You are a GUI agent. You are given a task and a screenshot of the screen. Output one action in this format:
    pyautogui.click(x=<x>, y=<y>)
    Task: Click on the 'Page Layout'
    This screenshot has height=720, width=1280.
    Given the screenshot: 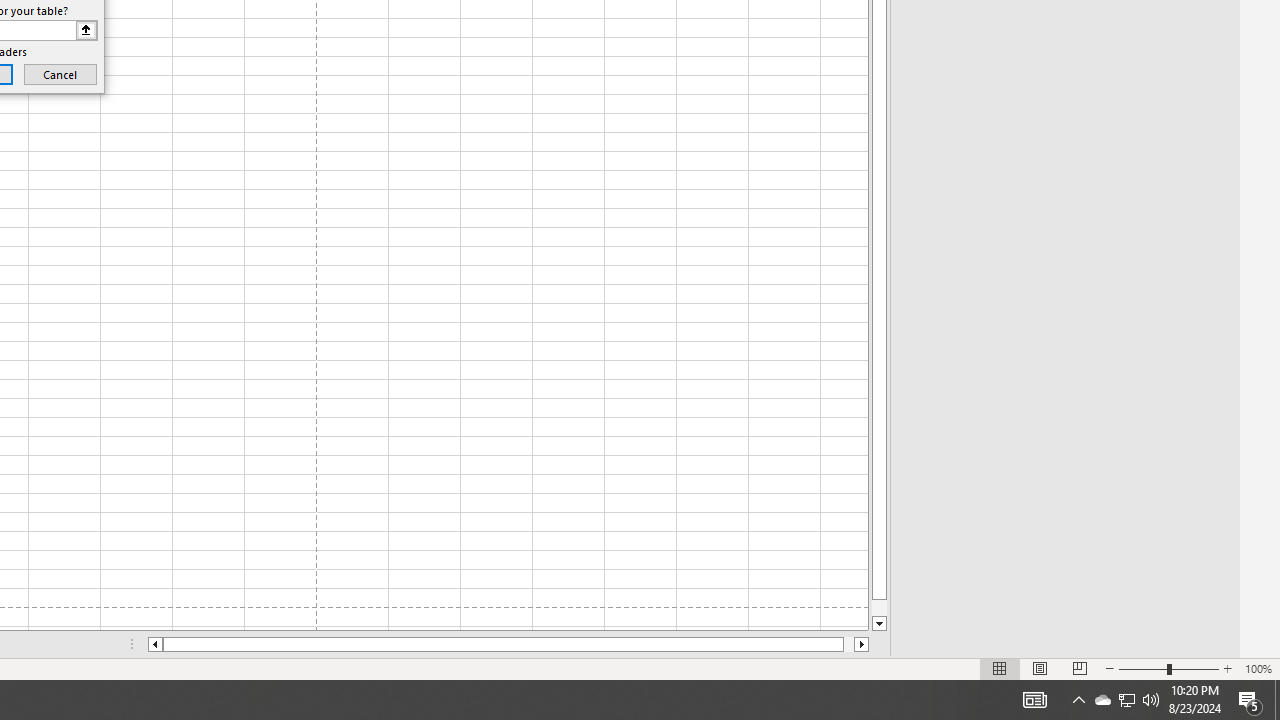 What is the action you would take?
    pyautogui.click(x=1040, y=669)
    